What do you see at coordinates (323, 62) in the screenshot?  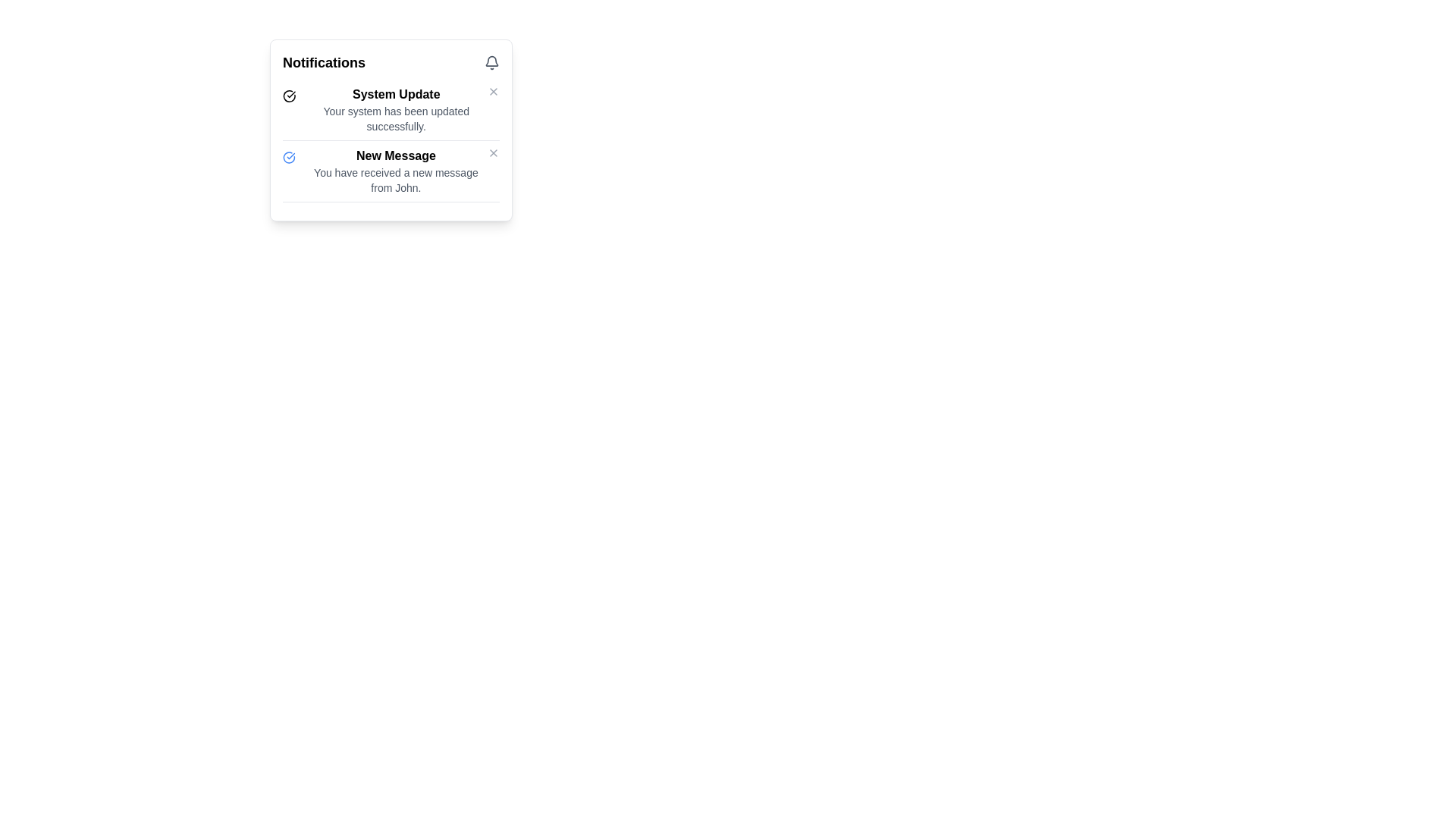 I see `the 'Notifications' text label, which is displayed in bold and large font at the upper-left corner of the notification panel` at bounding box center [323, 62].